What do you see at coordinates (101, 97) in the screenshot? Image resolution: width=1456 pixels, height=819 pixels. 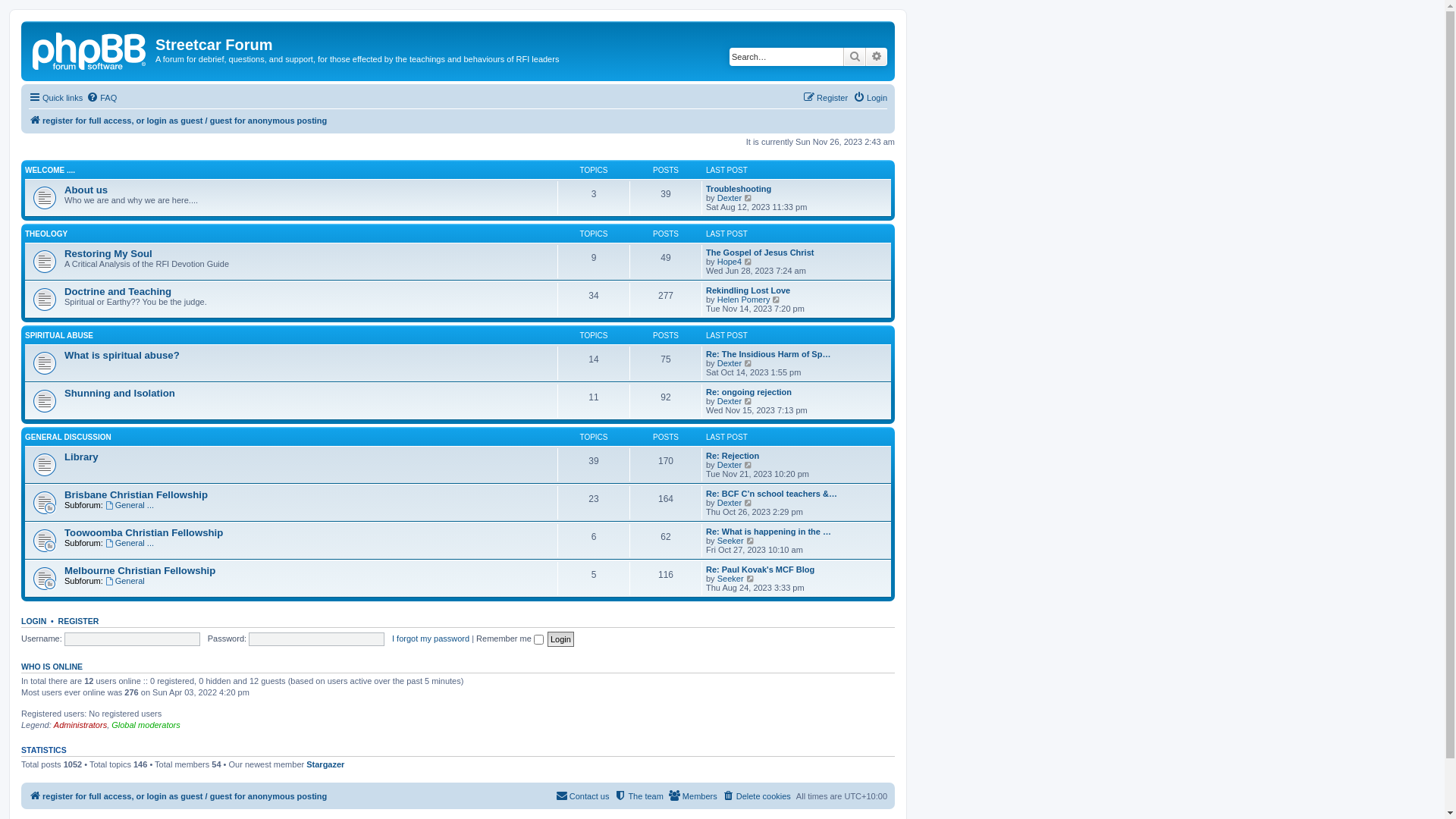 I see `'FAQ'` at bounding box center [101, 97].